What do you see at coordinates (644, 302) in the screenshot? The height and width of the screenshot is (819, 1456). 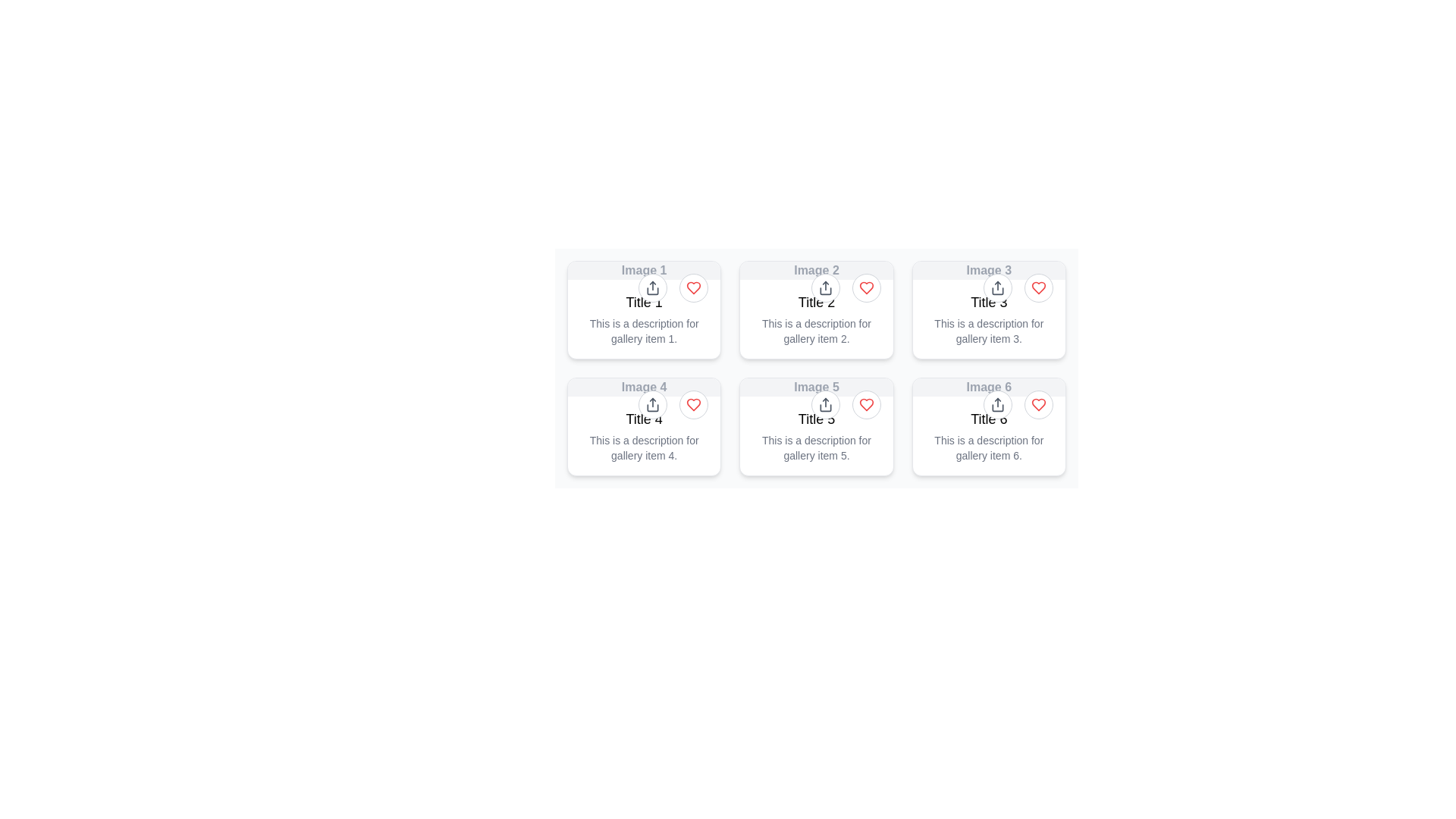 I see `the text label displaying 'Title 1' which is centrally located in the top left card of a 2-row, 3-column grid layout, positioned below 'Image 1'` at bounding box center [644, 302].